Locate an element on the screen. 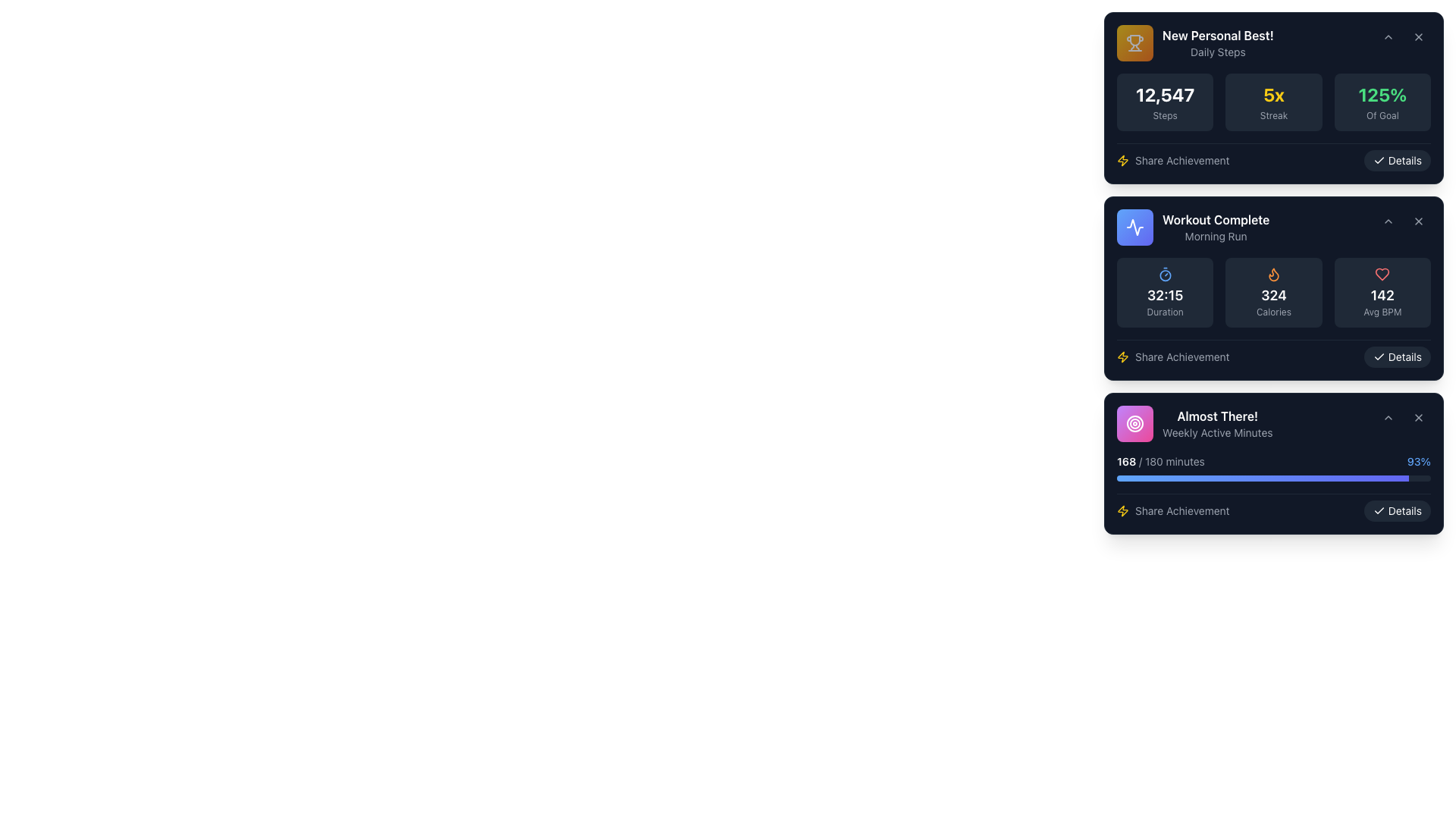  the calorie burned icon located in the center of the 'Workout Complete' box, which is positioned directly above the text '324 Calories' is located at coordinates (1274, 275).